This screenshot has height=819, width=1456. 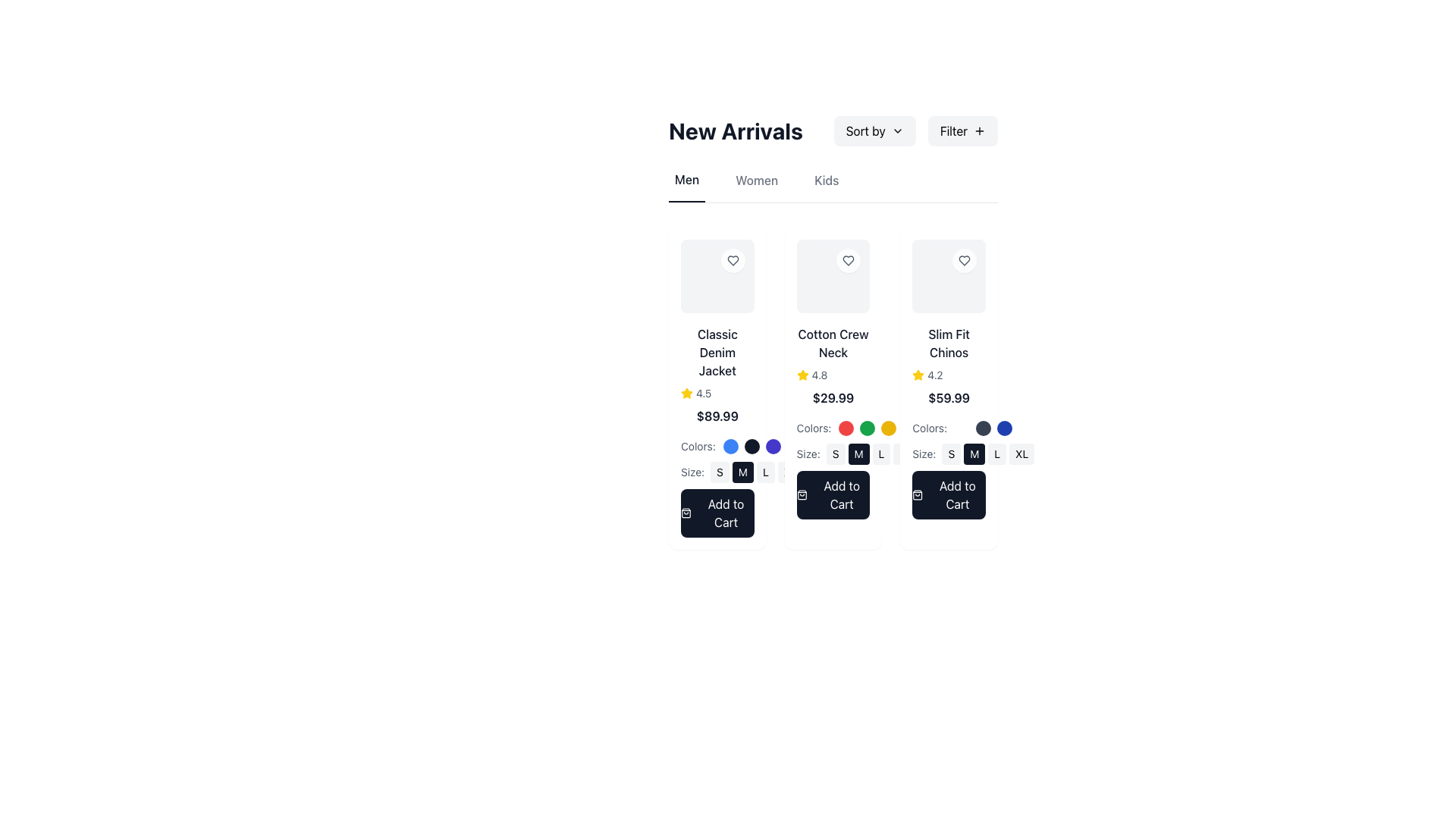 I want to click on the purple color selection button for the 'Classic Denim Jacket', which is the third circular button in the color selection section, so click(x=773, y=445).